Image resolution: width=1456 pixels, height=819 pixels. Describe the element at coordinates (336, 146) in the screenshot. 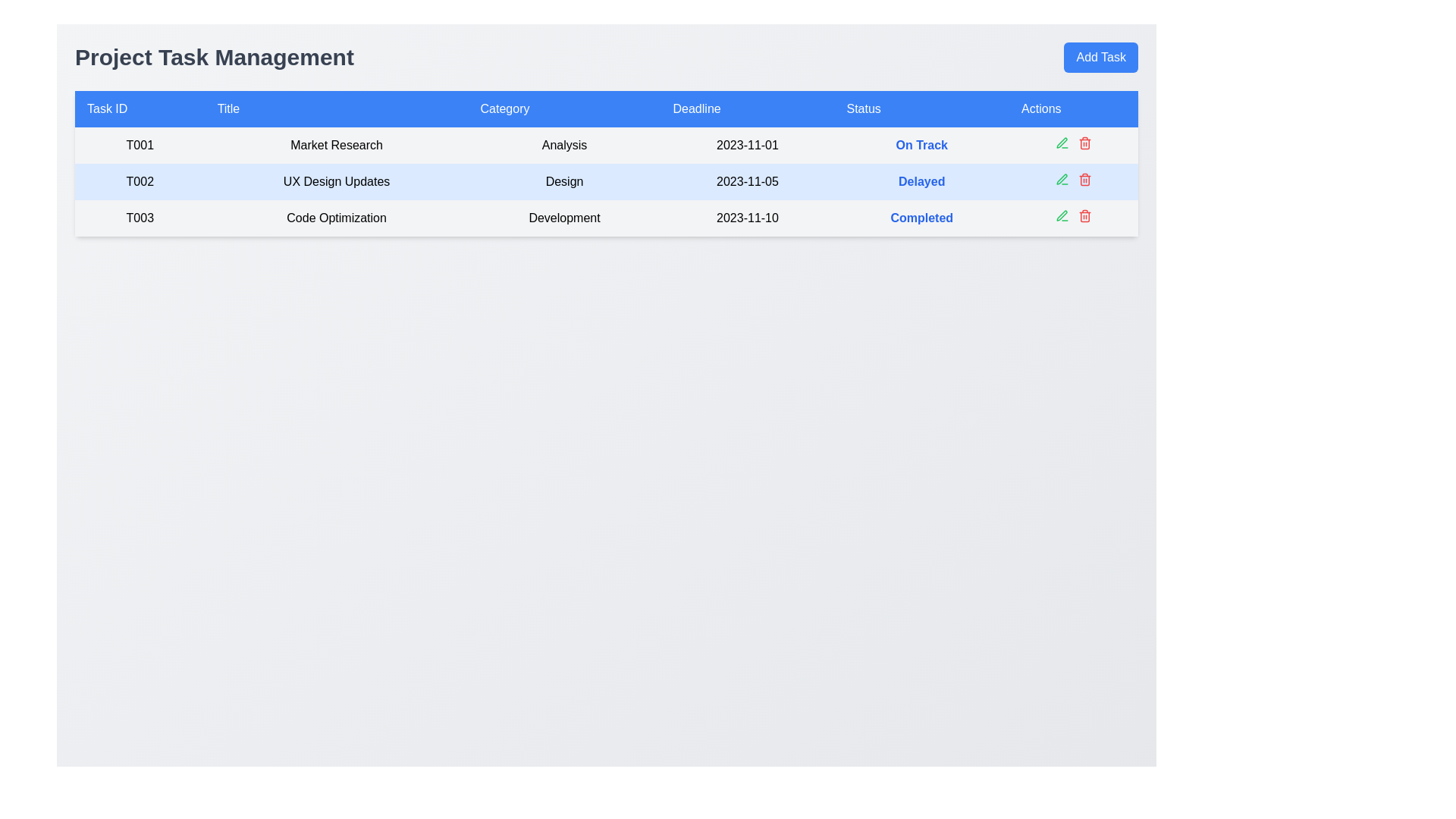

I see `the 'Market Research' text label, which is centered in a white background cell, located in the 'Title' column of the row associated with 'Task ID' T001` at that location.